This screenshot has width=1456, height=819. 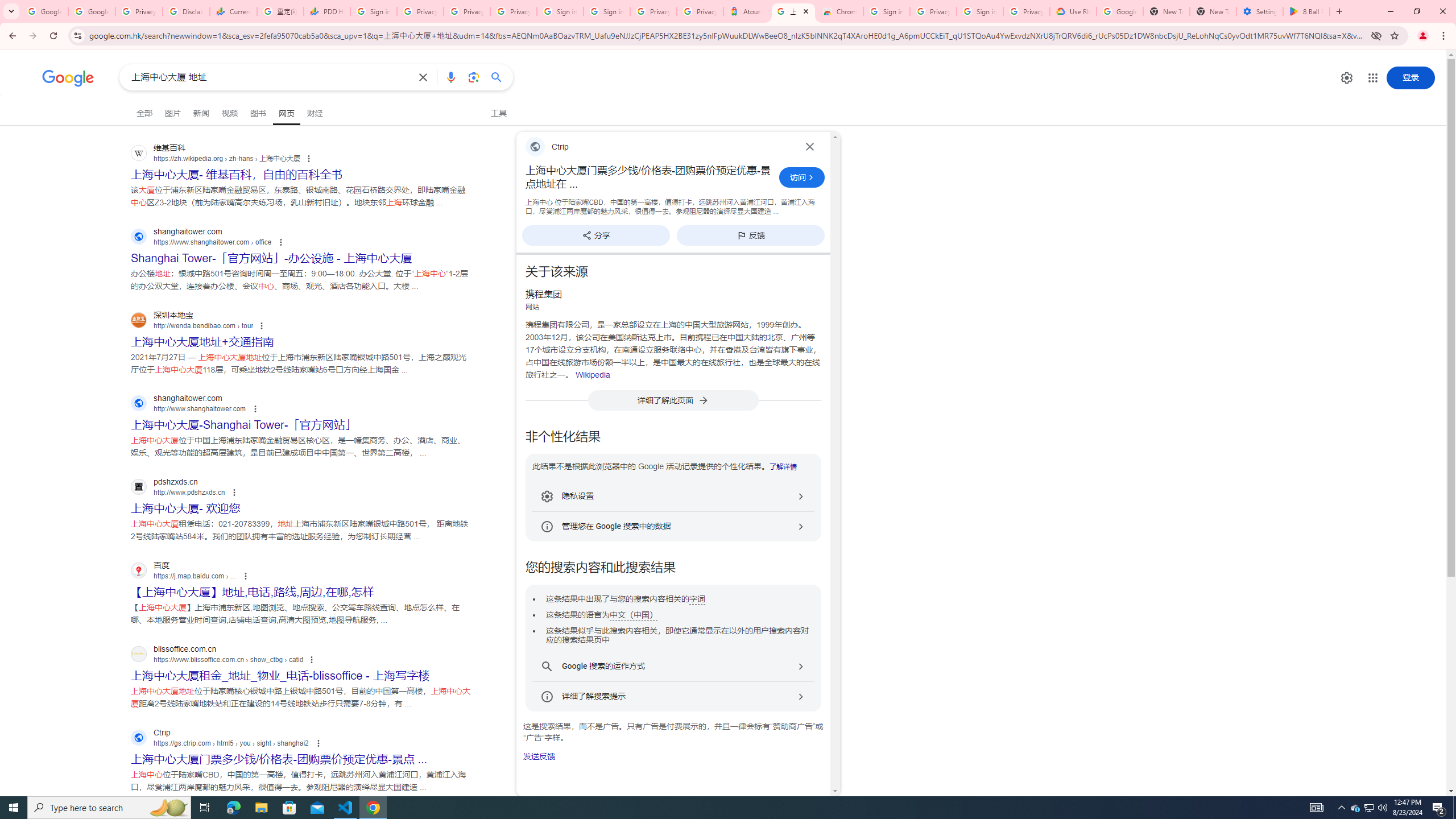 What do you see at coordinates (326, 11) in the screenshot?
I see `'PDD Holdings Inc - ADR (PDD) Price & News - Google Finance'` at bounding box center [326, 11].